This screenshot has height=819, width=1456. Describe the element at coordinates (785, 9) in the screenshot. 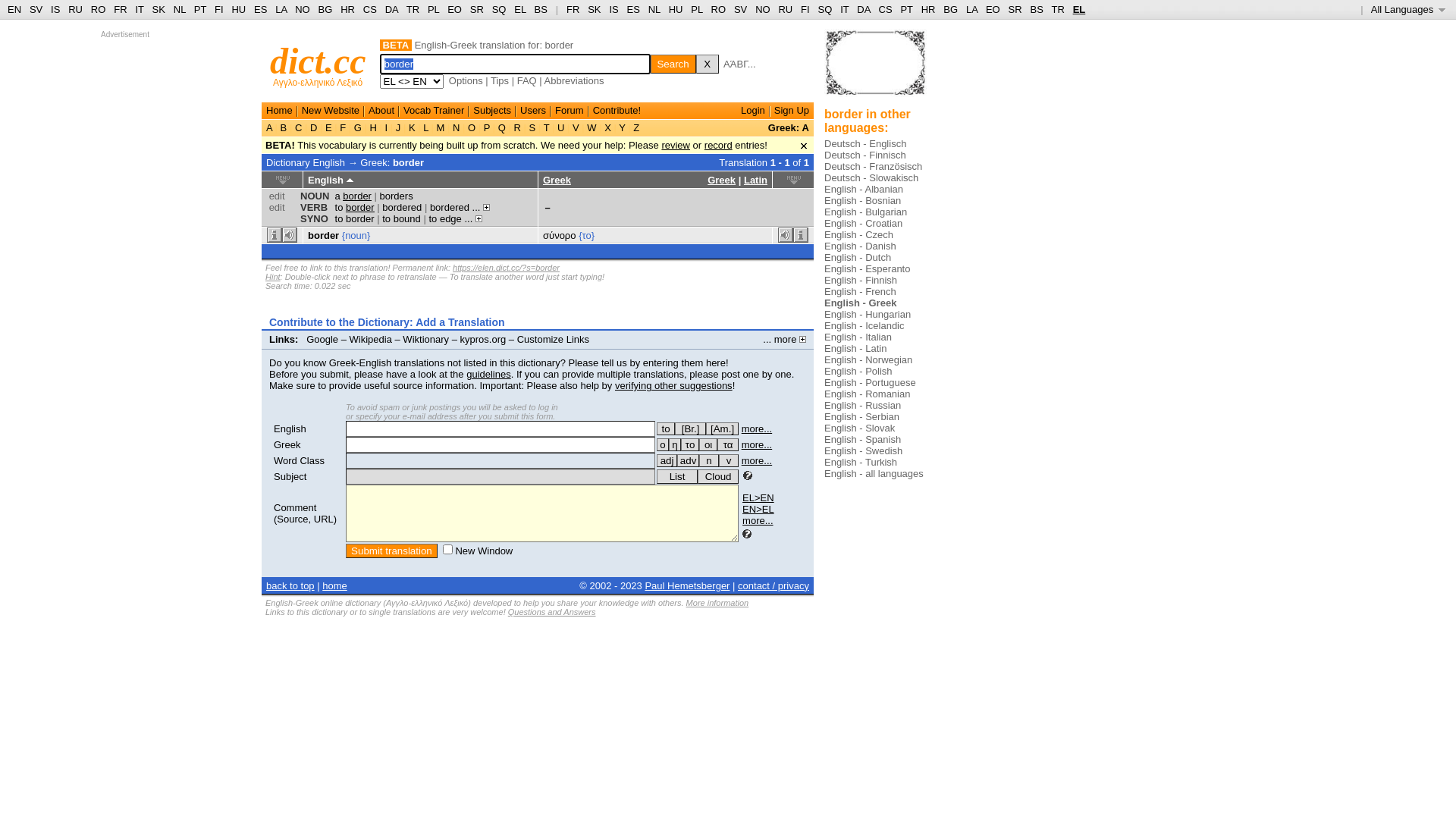

I see `'RU'` at that location.